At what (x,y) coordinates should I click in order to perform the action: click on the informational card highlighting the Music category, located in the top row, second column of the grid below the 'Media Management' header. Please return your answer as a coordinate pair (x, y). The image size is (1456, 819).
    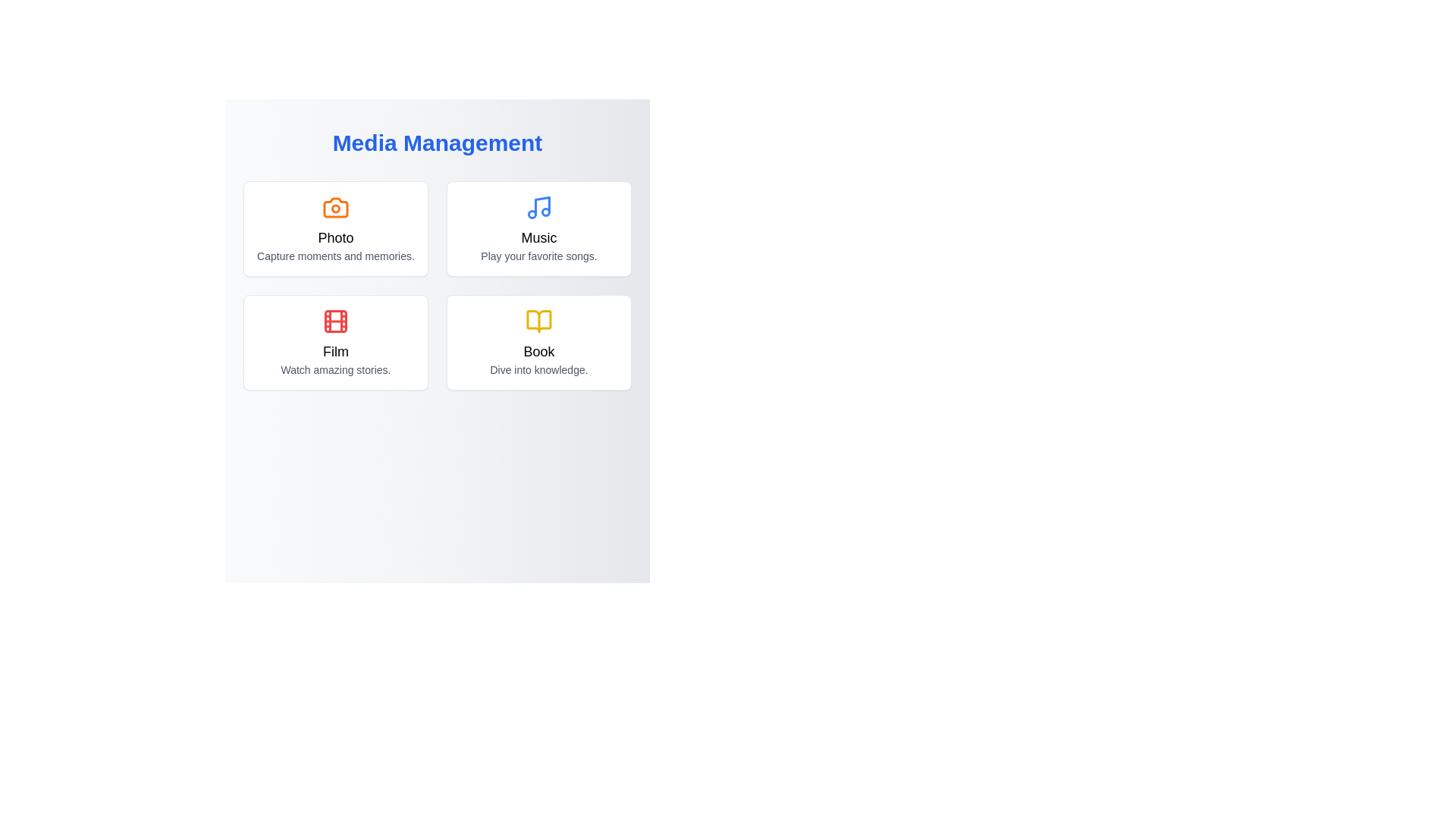
    Looking at the image, I should click on (538, 228).